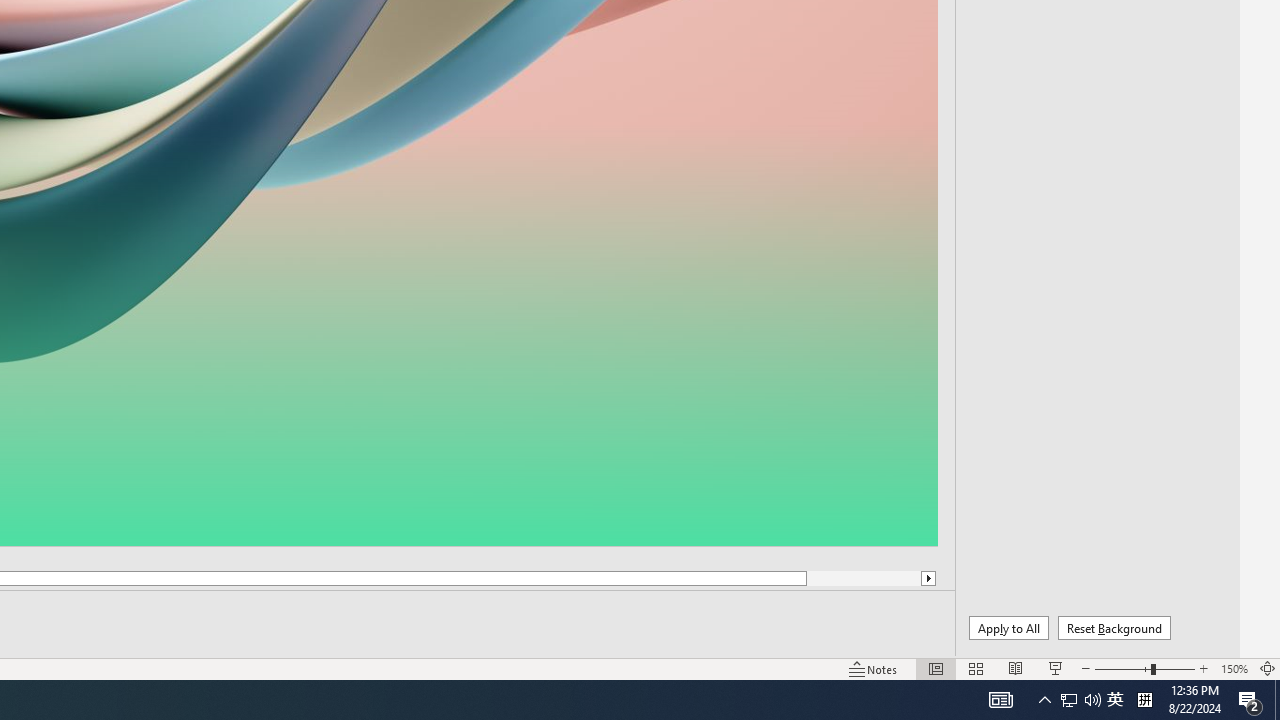  I want to click on 'Zoom 150%', so click(1233, 669).